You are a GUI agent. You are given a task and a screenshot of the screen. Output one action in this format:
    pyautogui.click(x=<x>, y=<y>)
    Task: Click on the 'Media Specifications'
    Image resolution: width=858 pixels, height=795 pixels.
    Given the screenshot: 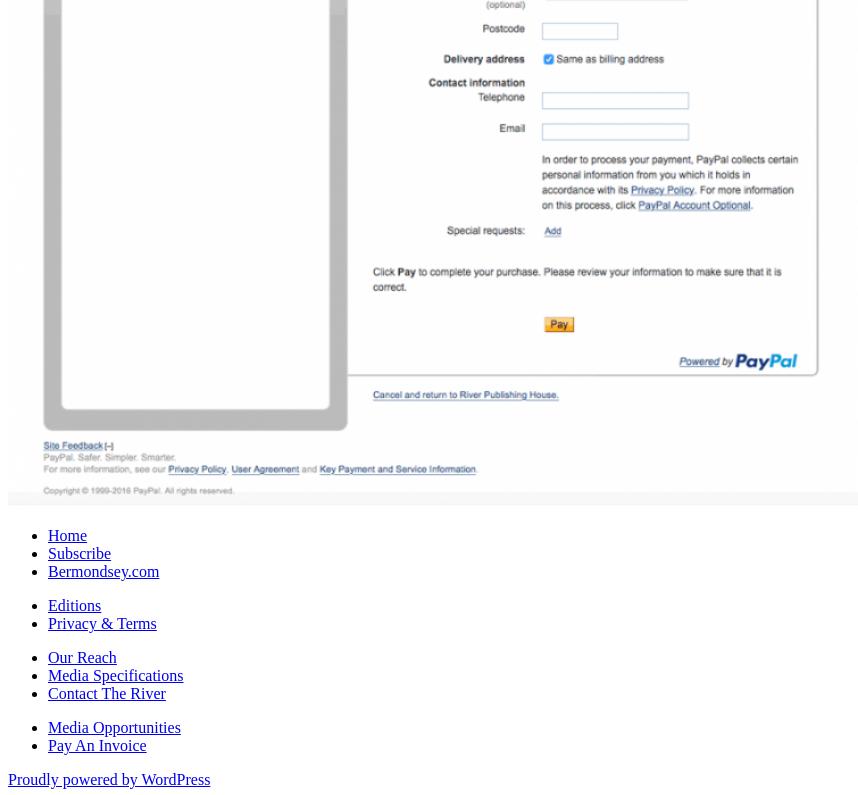 What is the action you would take?
    pyautogui.click(x=115, y=673)
    